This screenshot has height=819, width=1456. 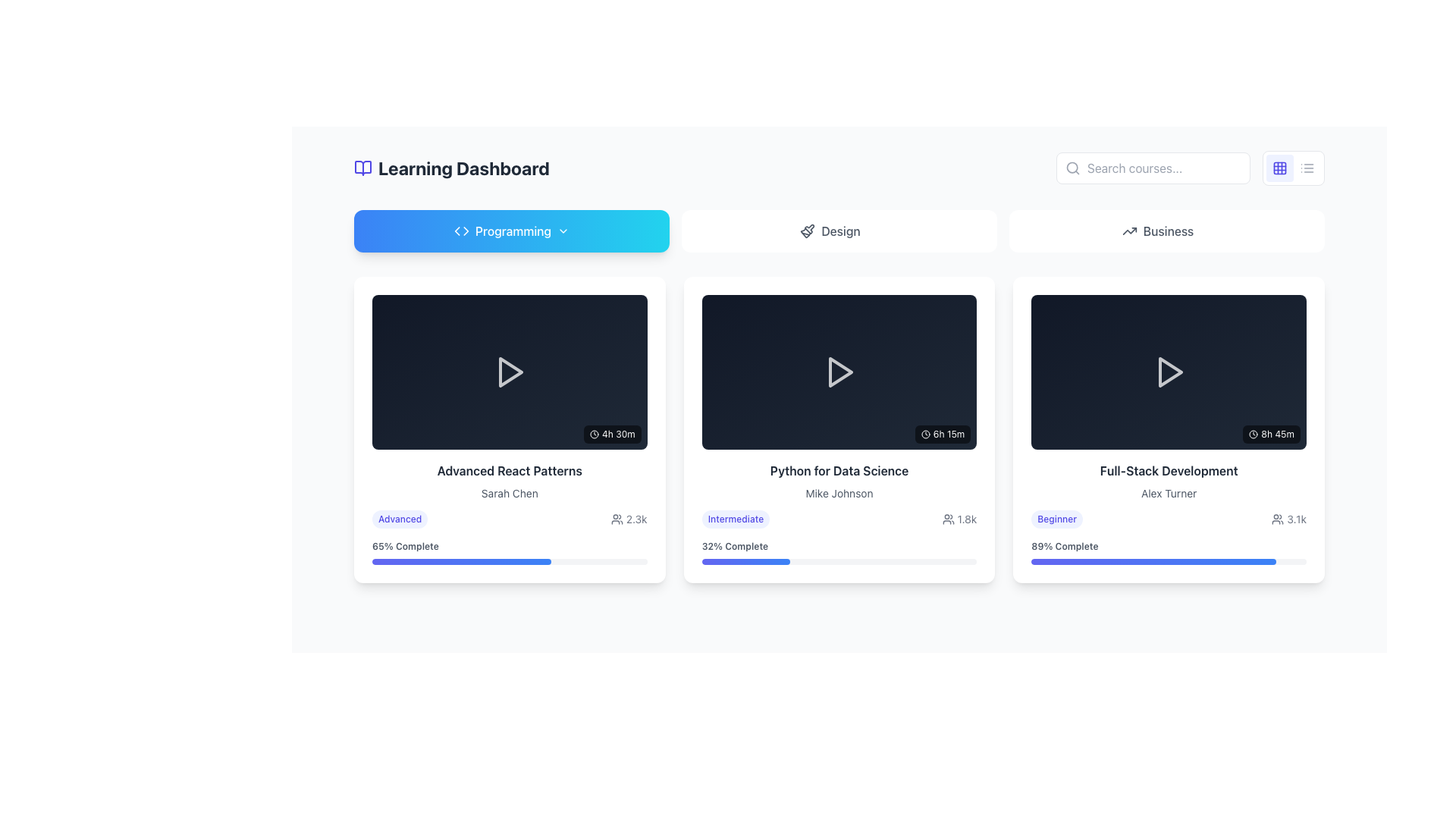 What do you see at coordinates (1168, 561) in the screenshot?
I see `the progress visually indicated by the progress bar labeled '89% Complete' located beneath the 'Full-Stack Development' course card in the dashboard` at bounding box center [1168, 561].